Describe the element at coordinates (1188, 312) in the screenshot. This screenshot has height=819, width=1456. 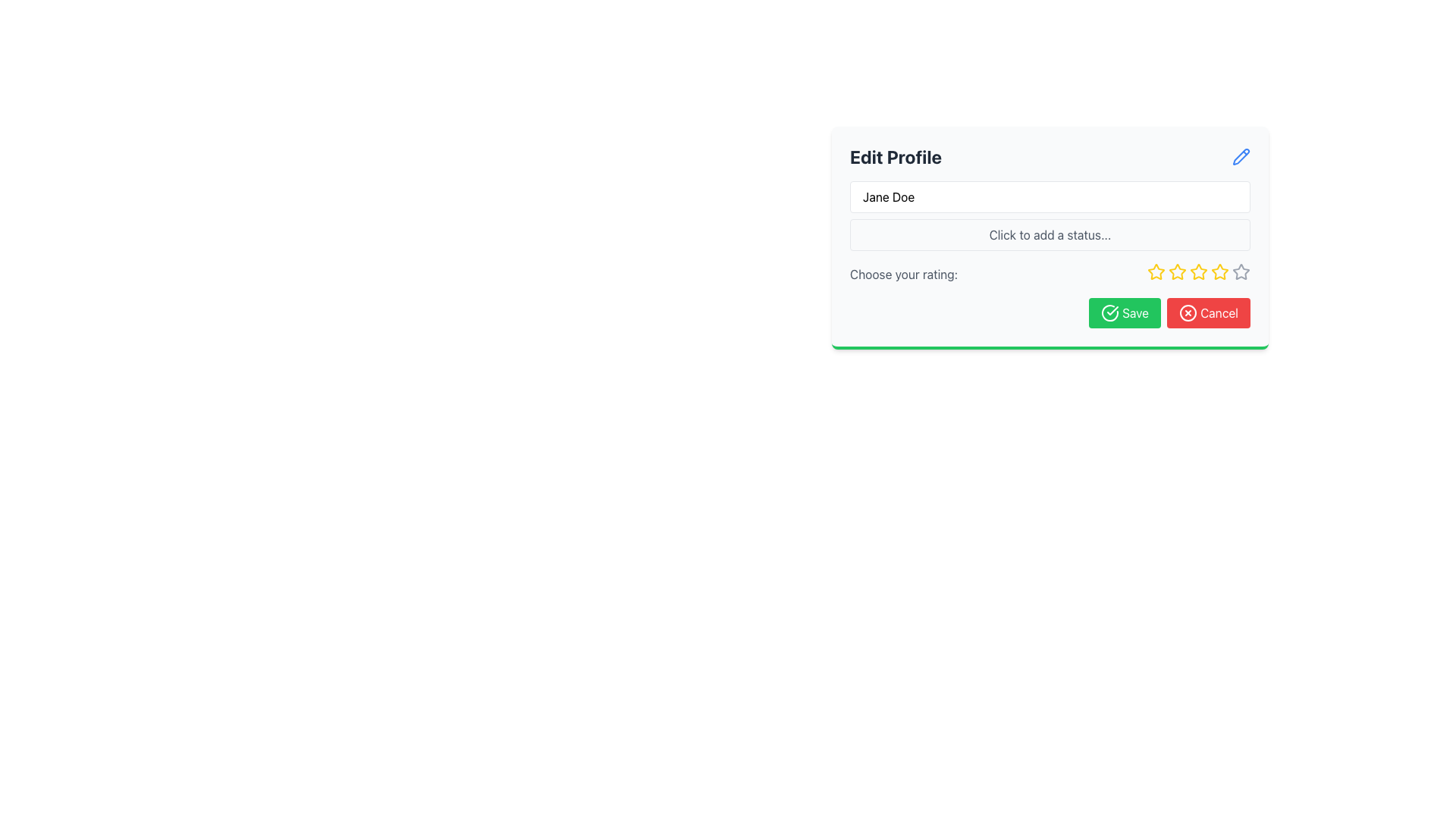
I see `the SVG icon depicting a circle with an 'X' inside it, which is located on the left side of the 'Cancel' button at the bottom-right of the dialog box` at that location.